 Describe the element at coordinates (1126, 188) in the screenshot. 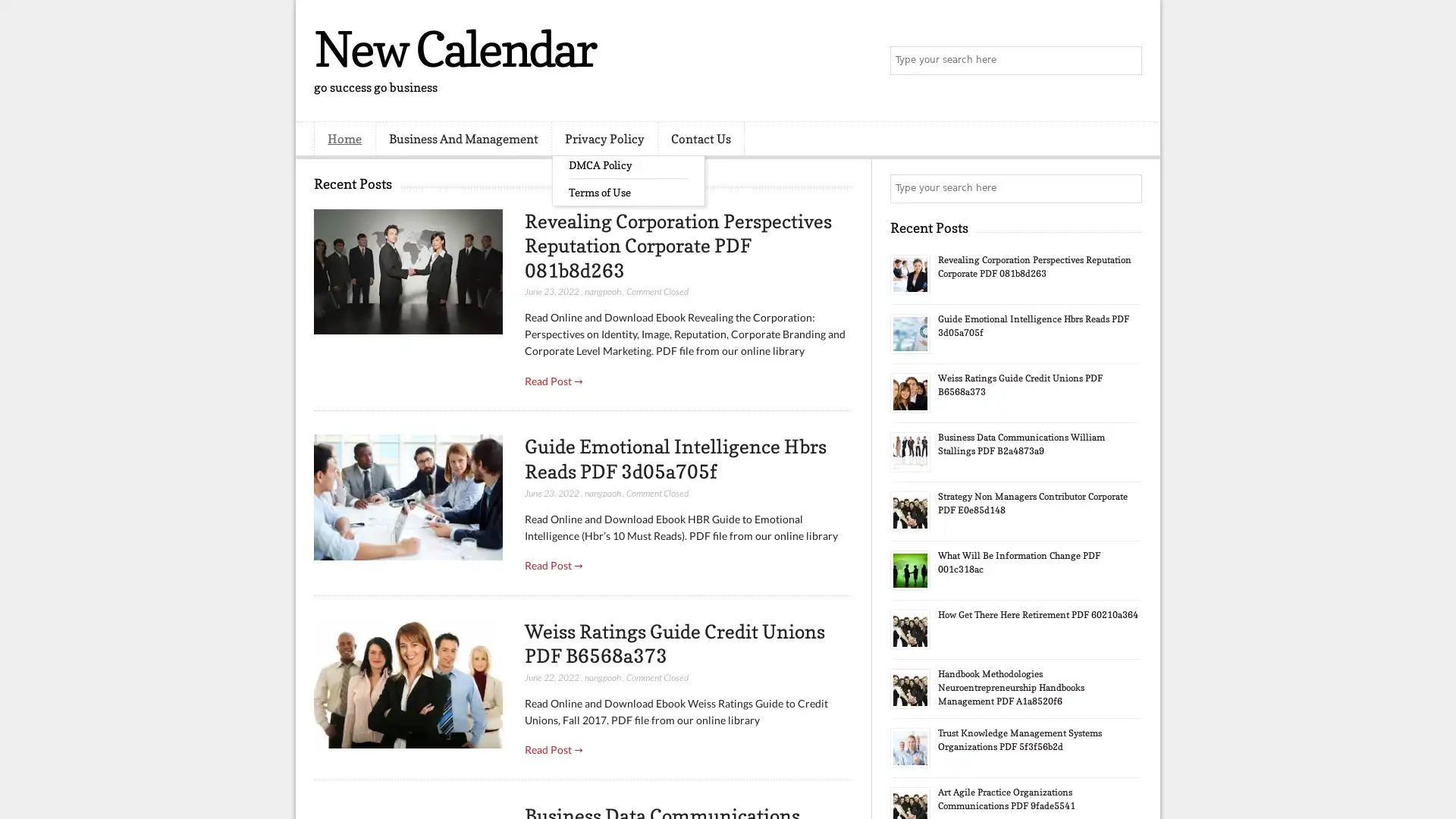

I see `Search` at that location.